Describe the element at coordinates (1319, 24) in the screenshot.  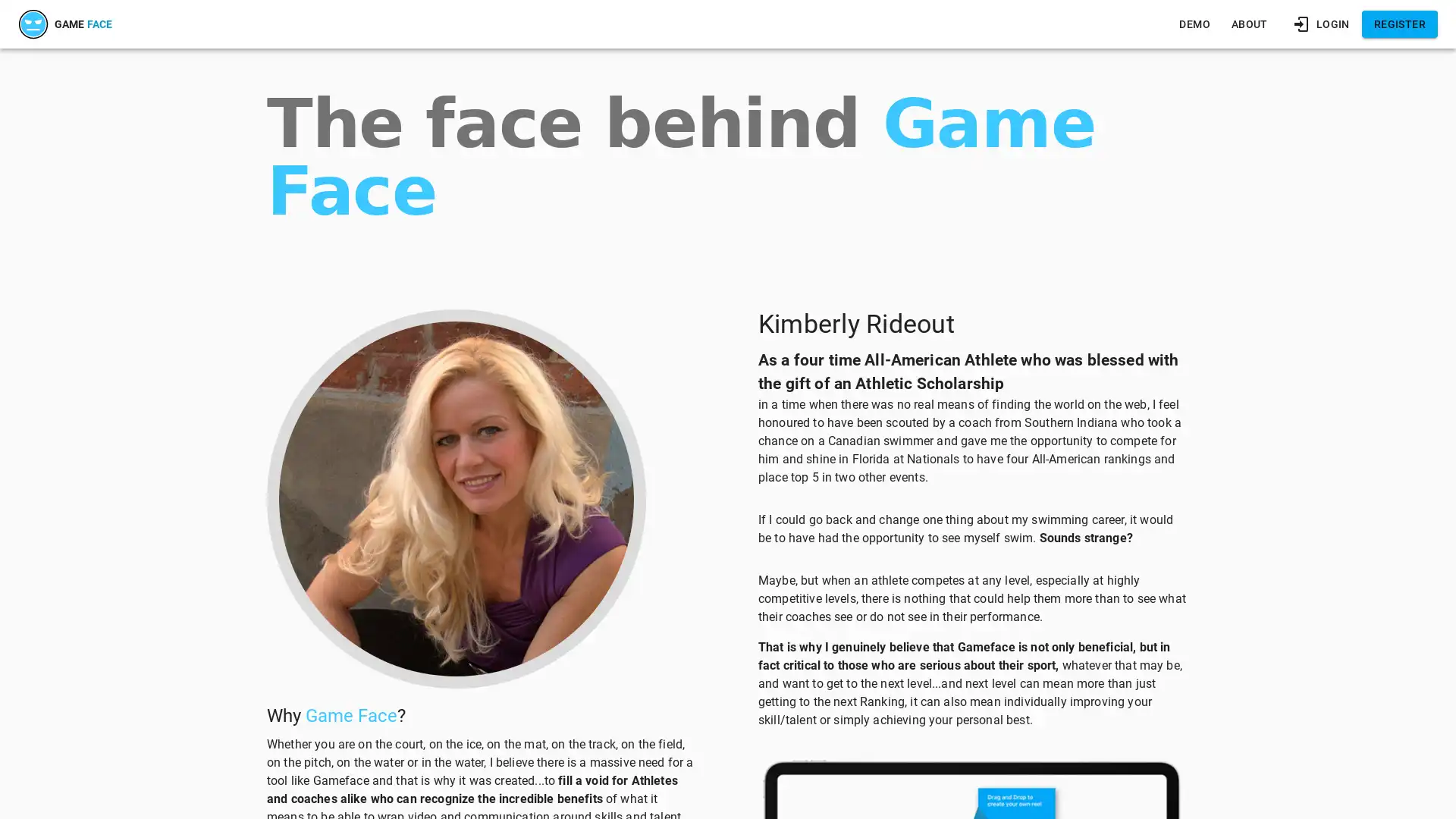
I see `LOGIN` at that location.